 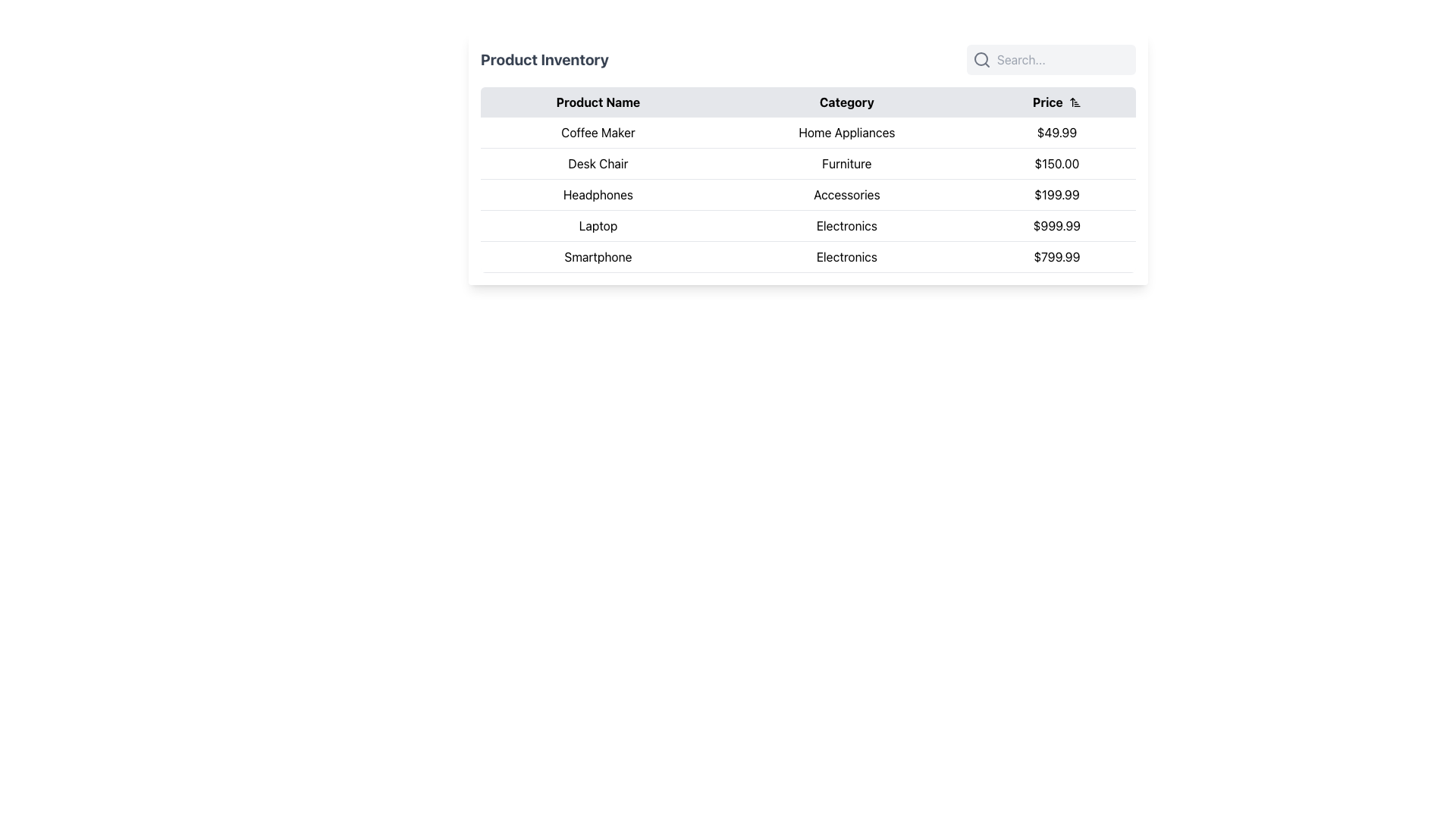 I want to click on the 'Product Name' text label, so click(x=597, y=102).